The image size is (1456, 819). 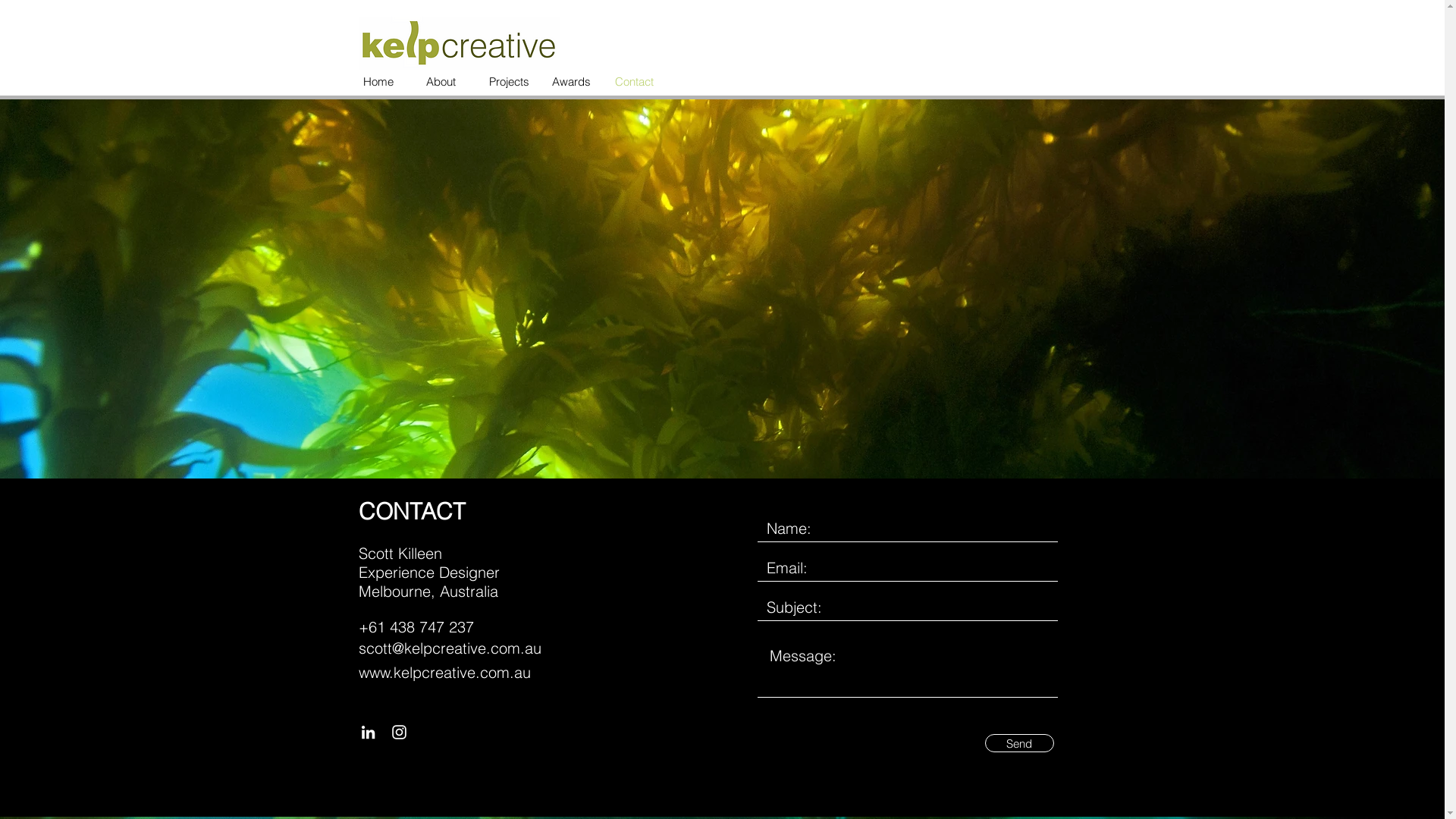 I want to click on 'Contact', so click(x=635, y=82).